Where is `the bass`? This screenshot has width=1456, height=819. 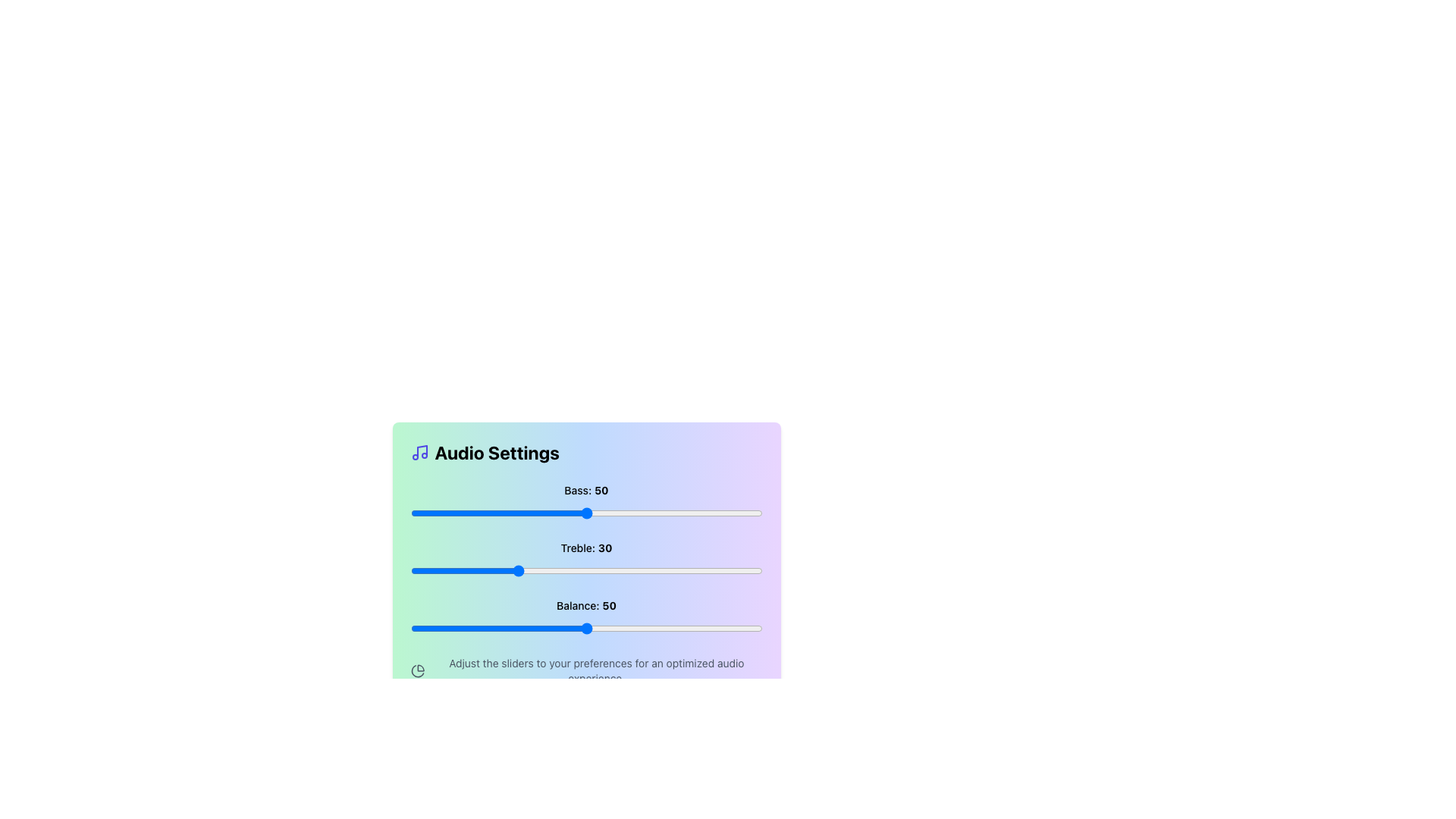
the bass is located at coordinates (719, 513).